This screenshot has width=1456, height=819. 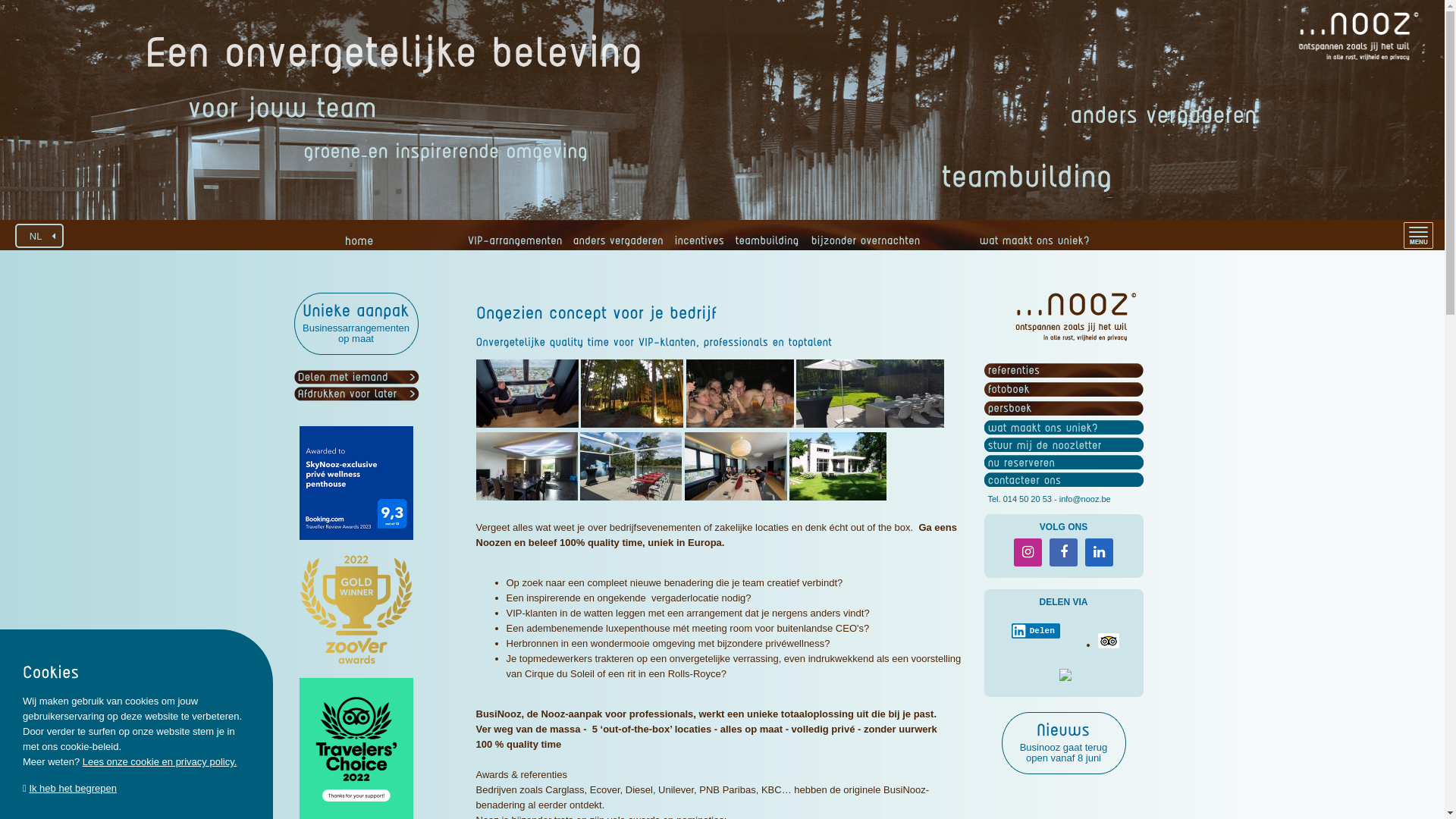 I want to click on 'contacteer ons', so click(x=1024, y=479).